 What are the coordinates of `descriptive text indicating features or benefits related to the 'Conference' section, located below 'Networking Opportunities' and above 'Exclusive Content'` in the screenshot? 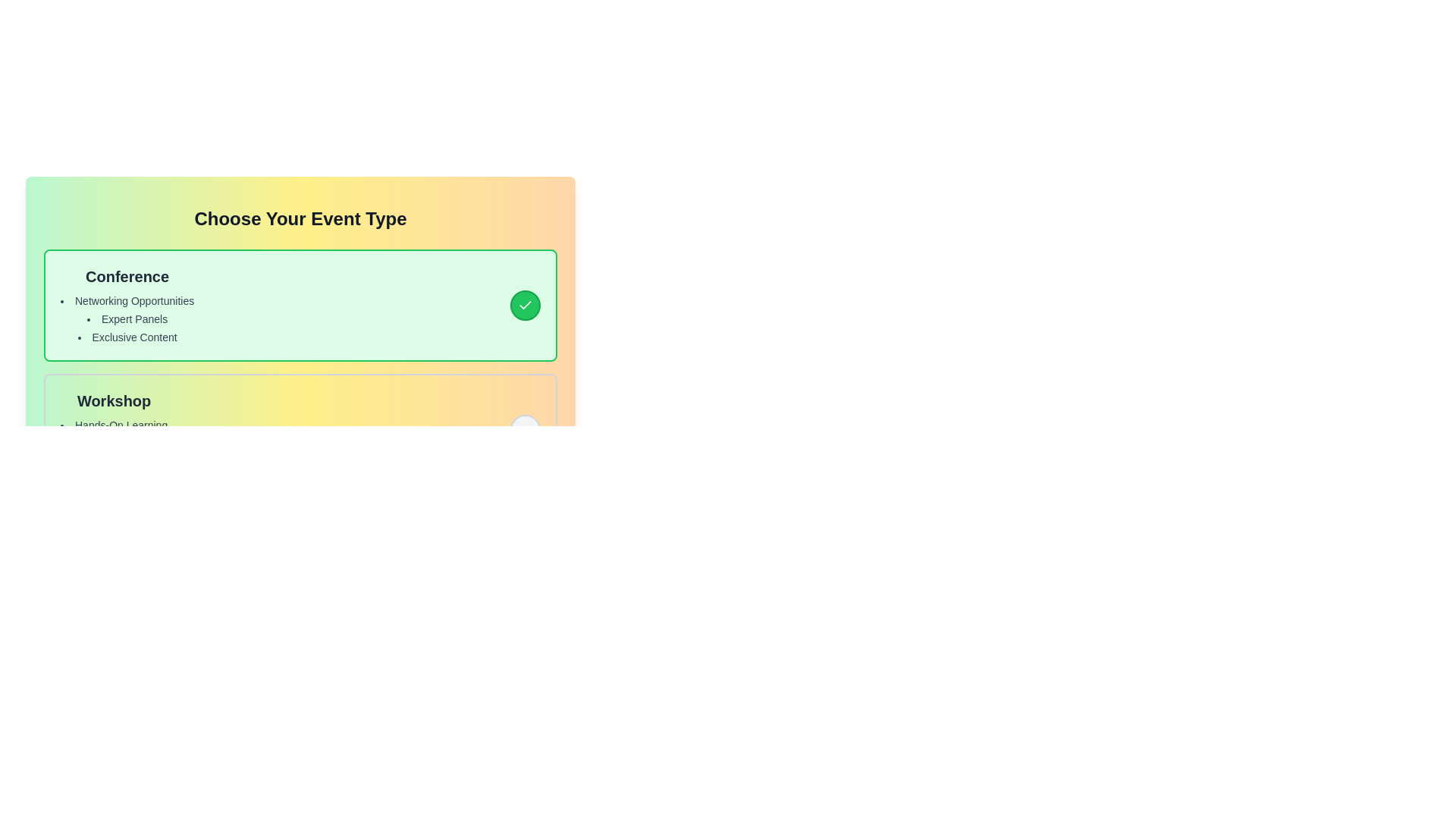 It's located at (127, 318).